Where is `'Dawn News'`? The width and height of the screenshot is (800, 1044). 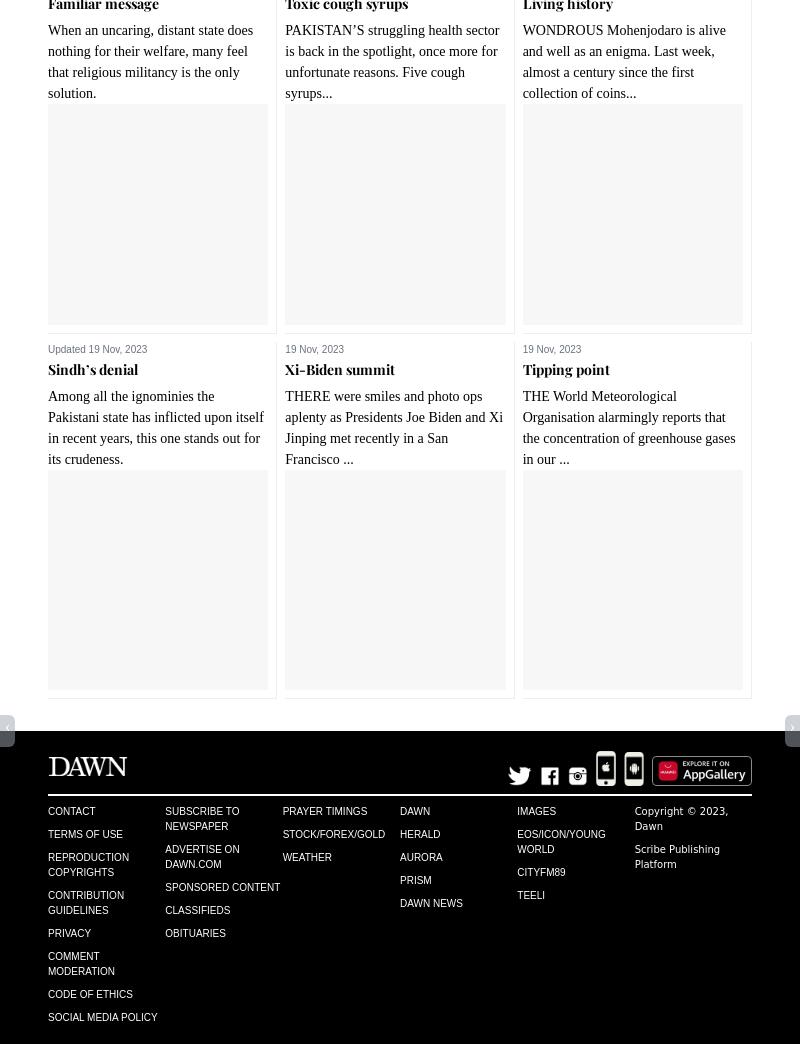 'Dawn News' is located at coordinates (430, 902).